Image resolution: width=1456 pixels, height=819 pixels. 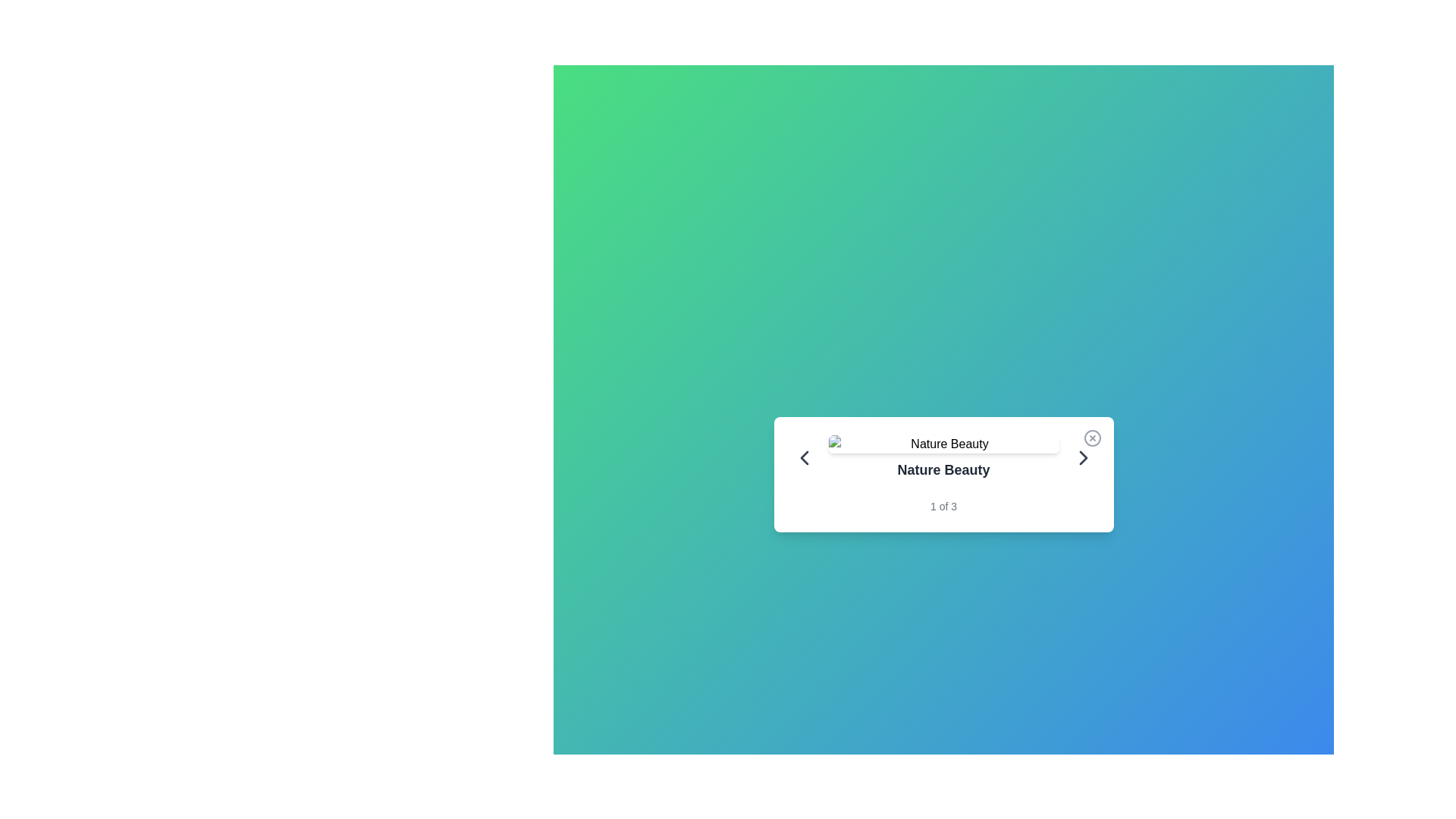 I want to click on the static text label located below the image placeholder in the center of the interface, so click(x=943, y=457).